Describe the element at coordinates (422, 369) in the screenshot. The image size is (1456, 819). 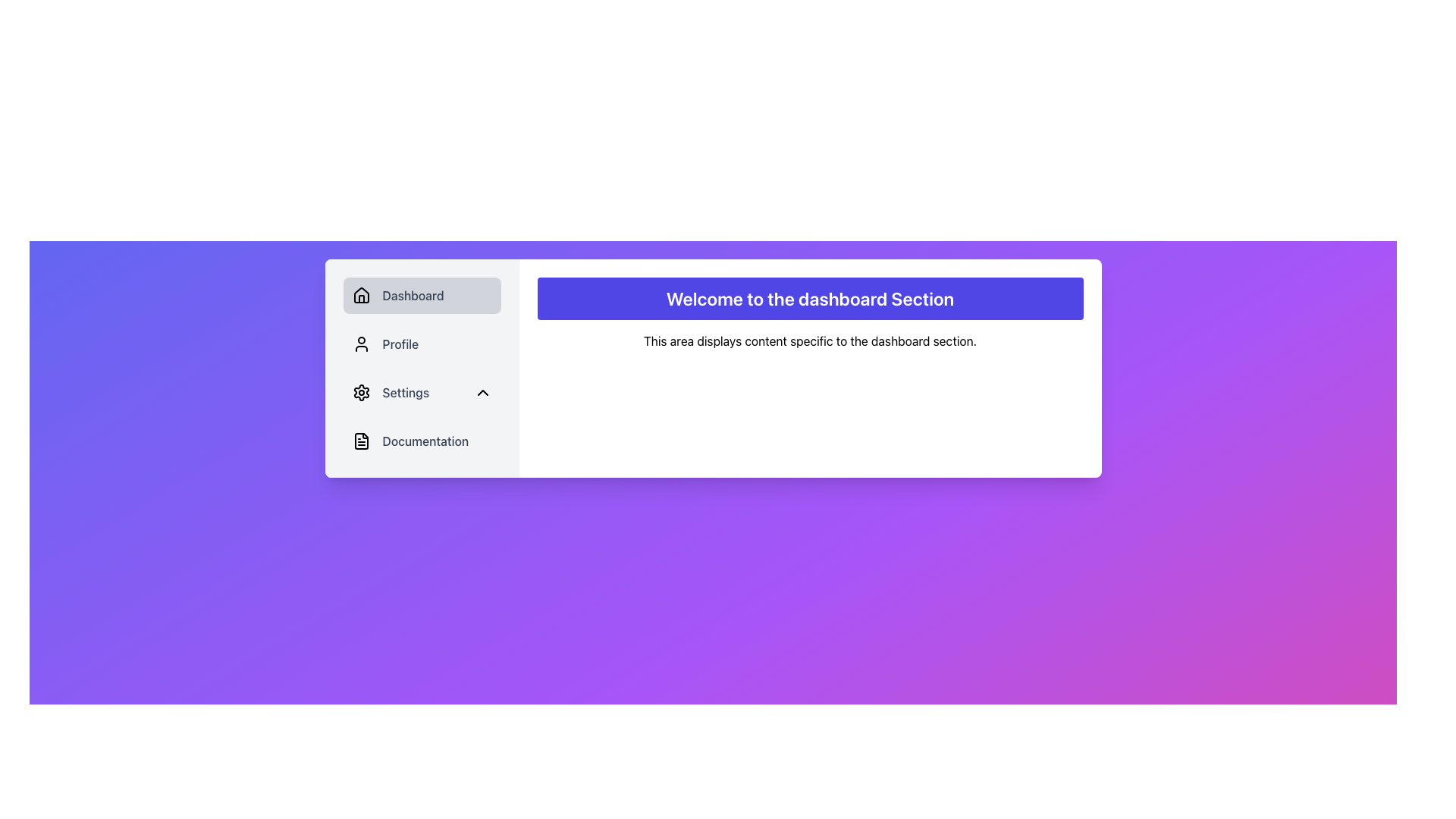
I see `the 'Profile' navigation item in the sidebar menu` at that location.